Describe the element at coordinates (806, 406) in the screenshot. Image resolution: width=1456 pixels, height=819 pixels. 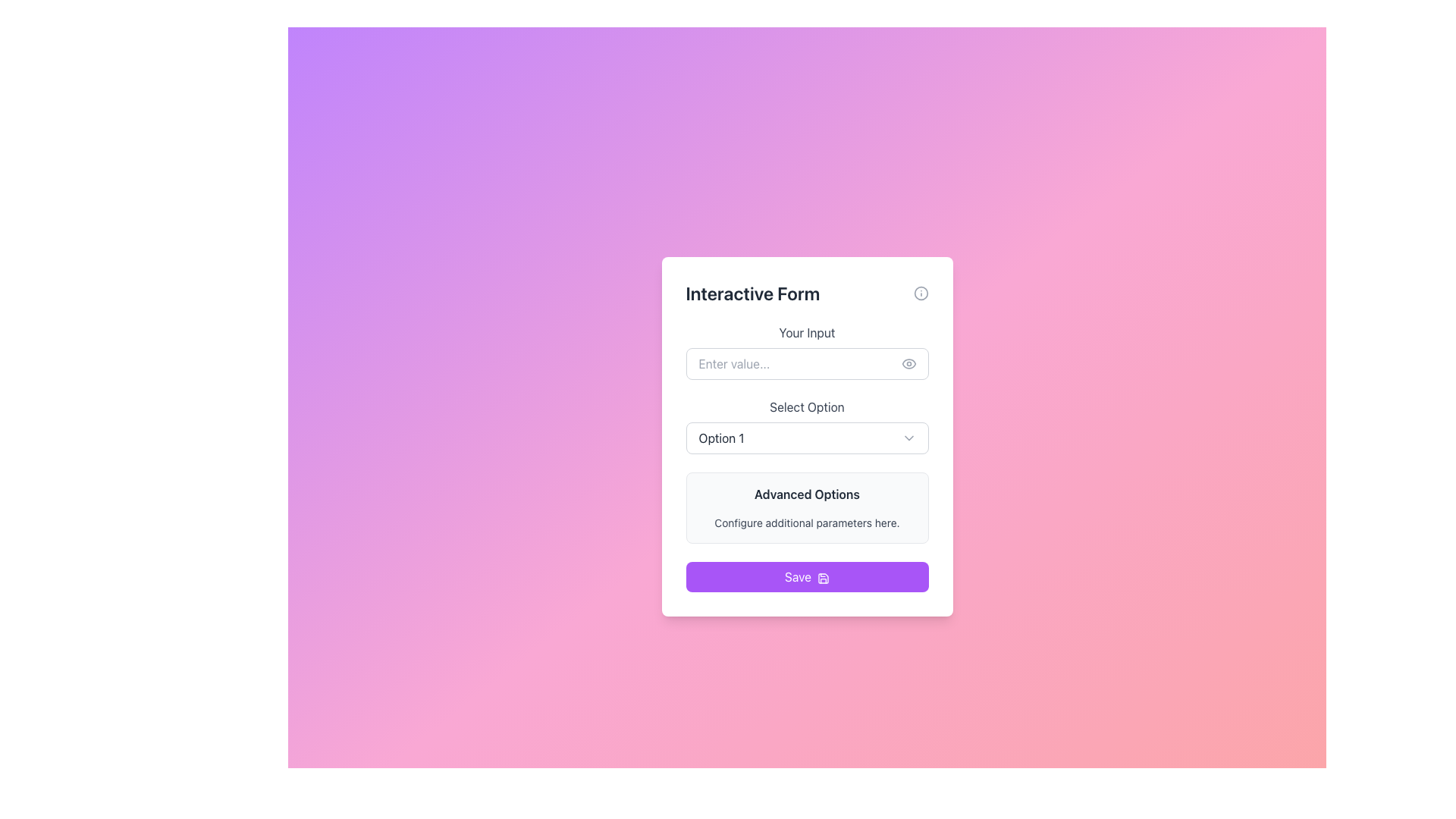
I see `the text label reading 'Select Option', which is gray and block styled, centered above the dropdown menu labeled 'Option 1'` at that location.